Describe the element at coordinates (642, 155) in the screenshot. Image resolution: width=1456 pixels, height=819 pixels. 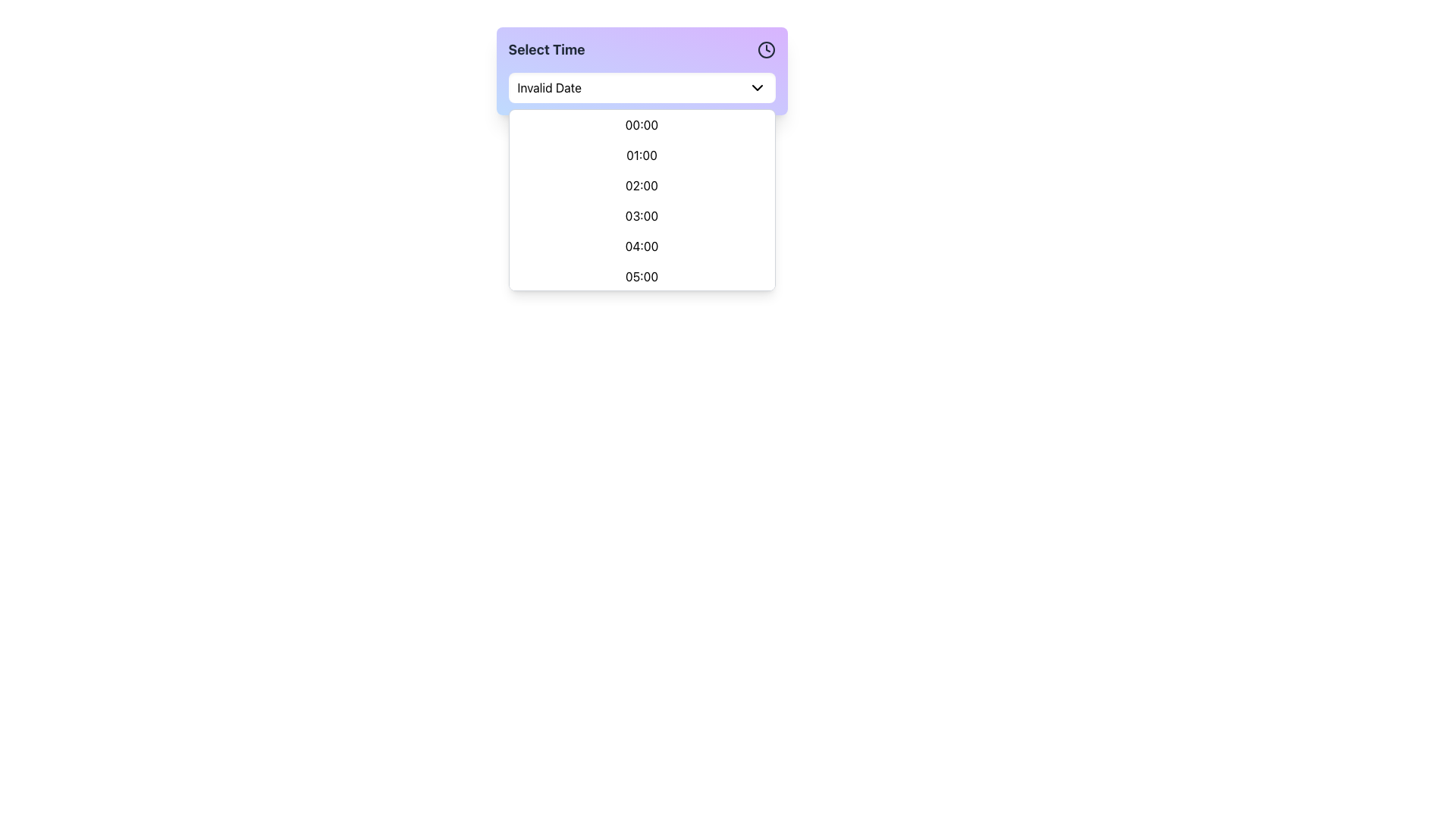
I see `the second item in the dropdown list for time selection` at that location.